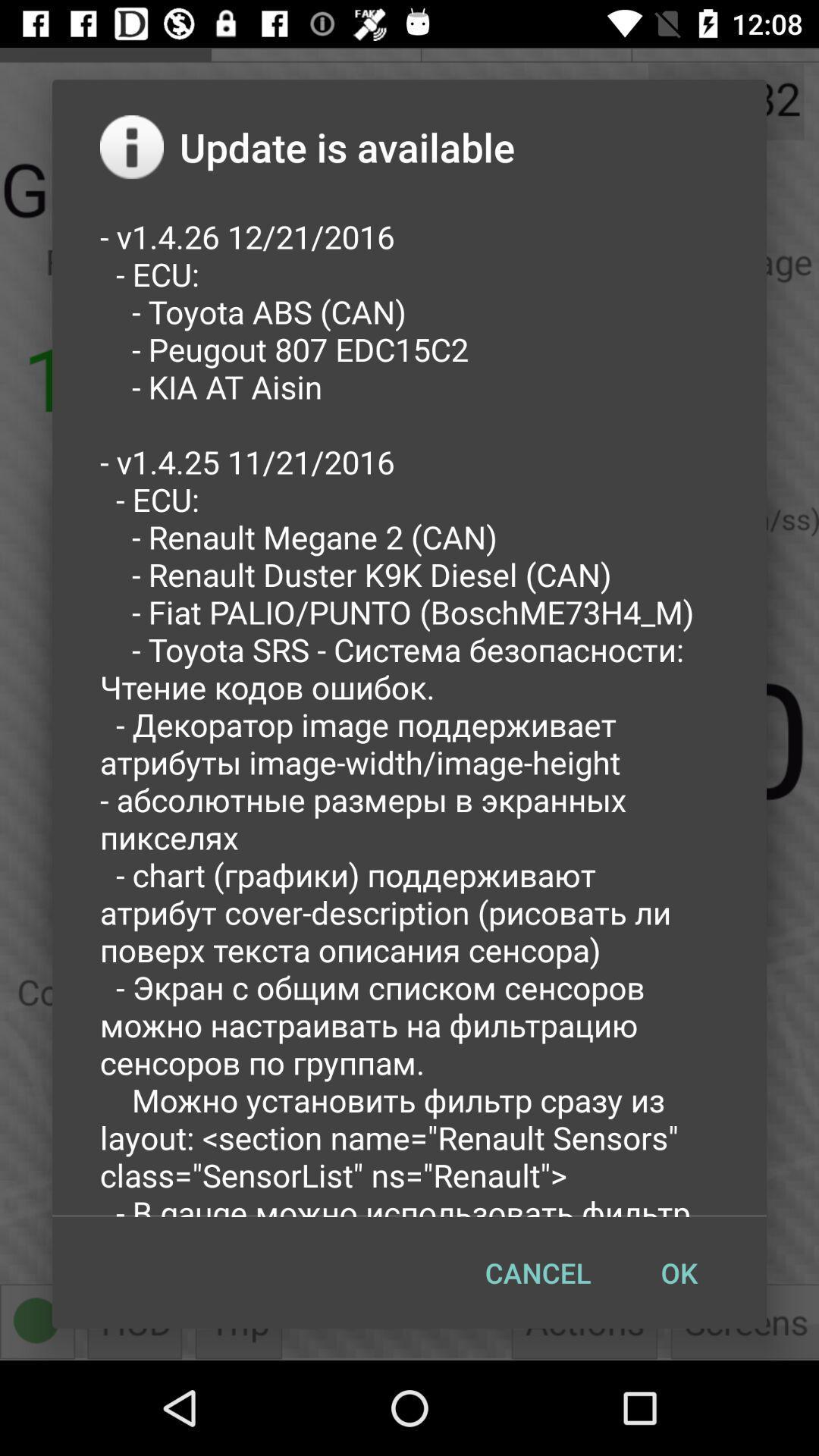 The height and width of the screenshot is (1456, 819). I want to click on the cancel, so click(537, 1272).